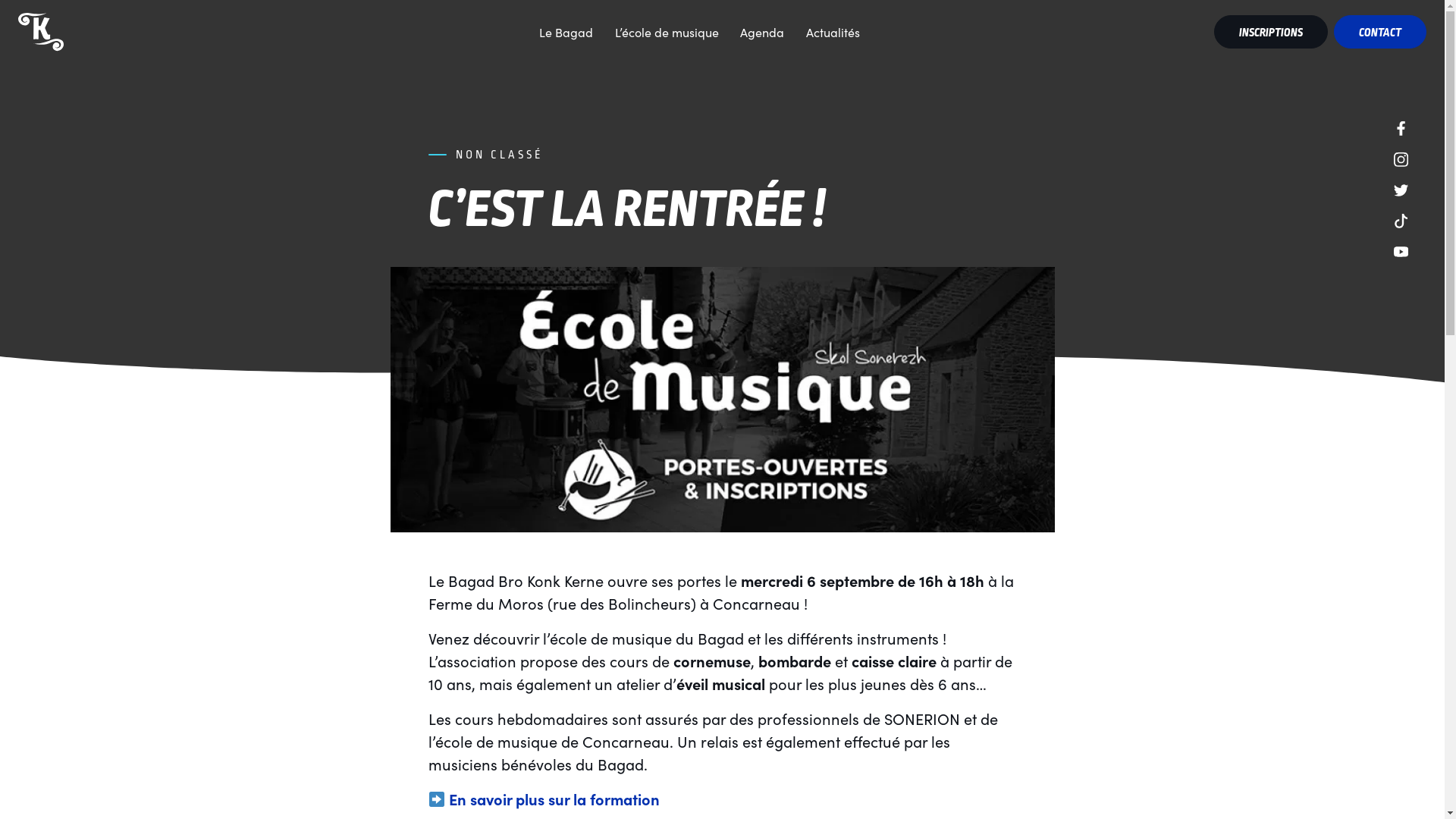 This screenshot has height=819, width=1456. What do you see at coordinates (1400, 157) in the screenshot?
I see `'Instagram'` at bounding box center [1400, 157].